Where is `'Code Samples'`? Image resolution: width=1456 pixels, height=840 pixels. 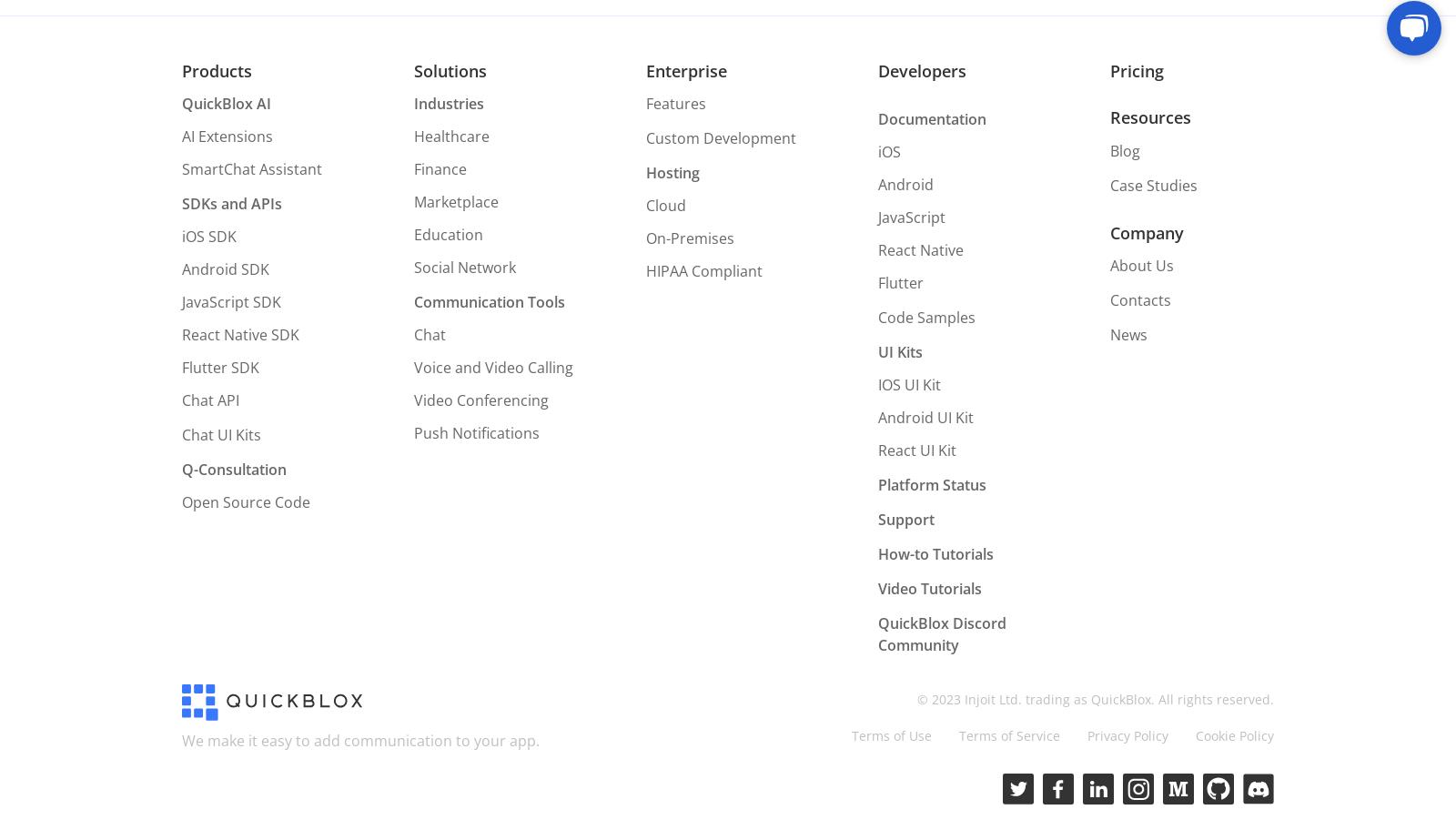 'Code Samples' is located at coordinates (926, 317).